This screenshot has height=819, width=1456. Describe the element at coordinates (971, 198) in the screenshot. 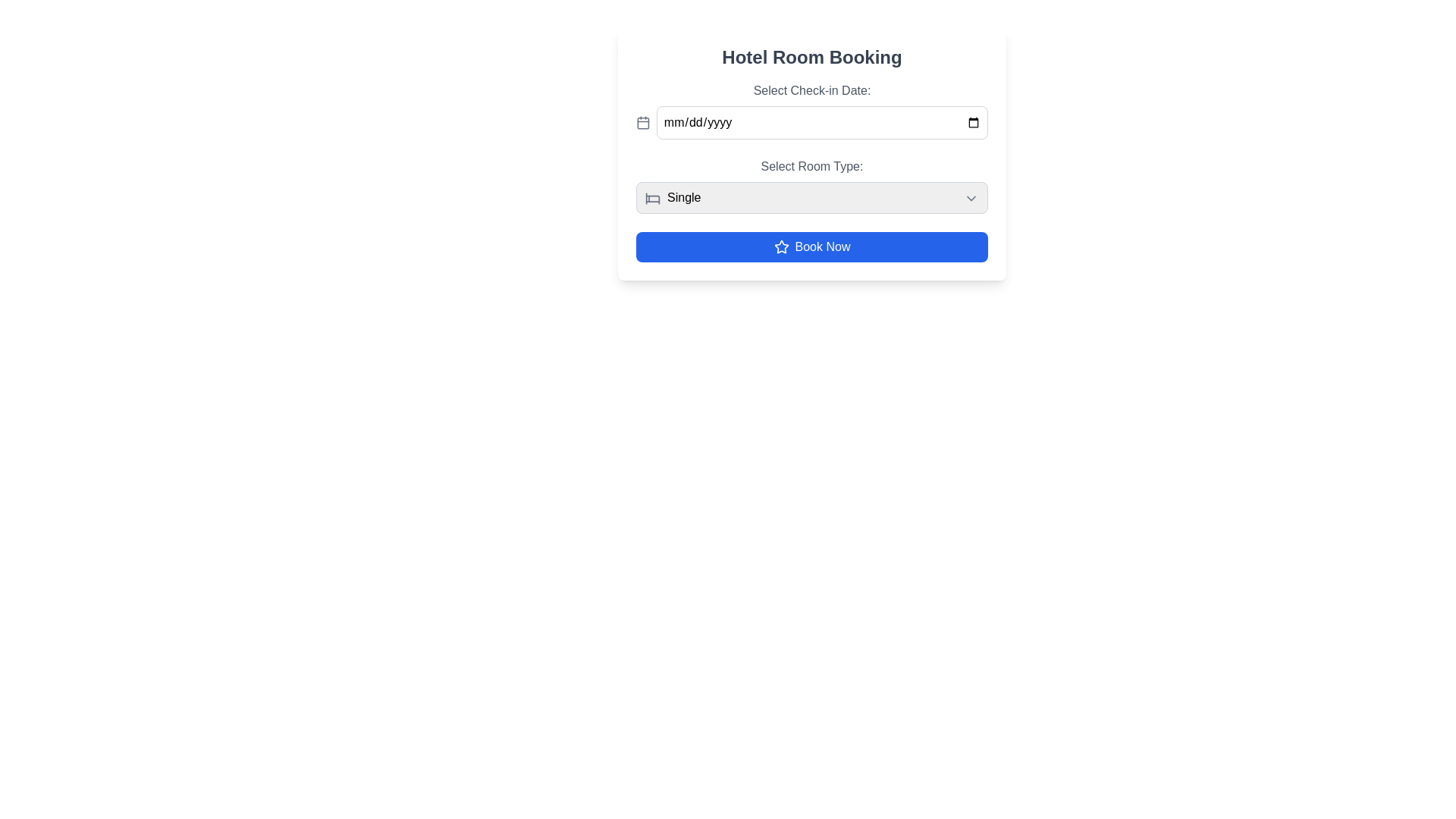

I see `the Dropdown Chevron Icon located in the top-right corner of the 'Select Room Type' input box` at that location.